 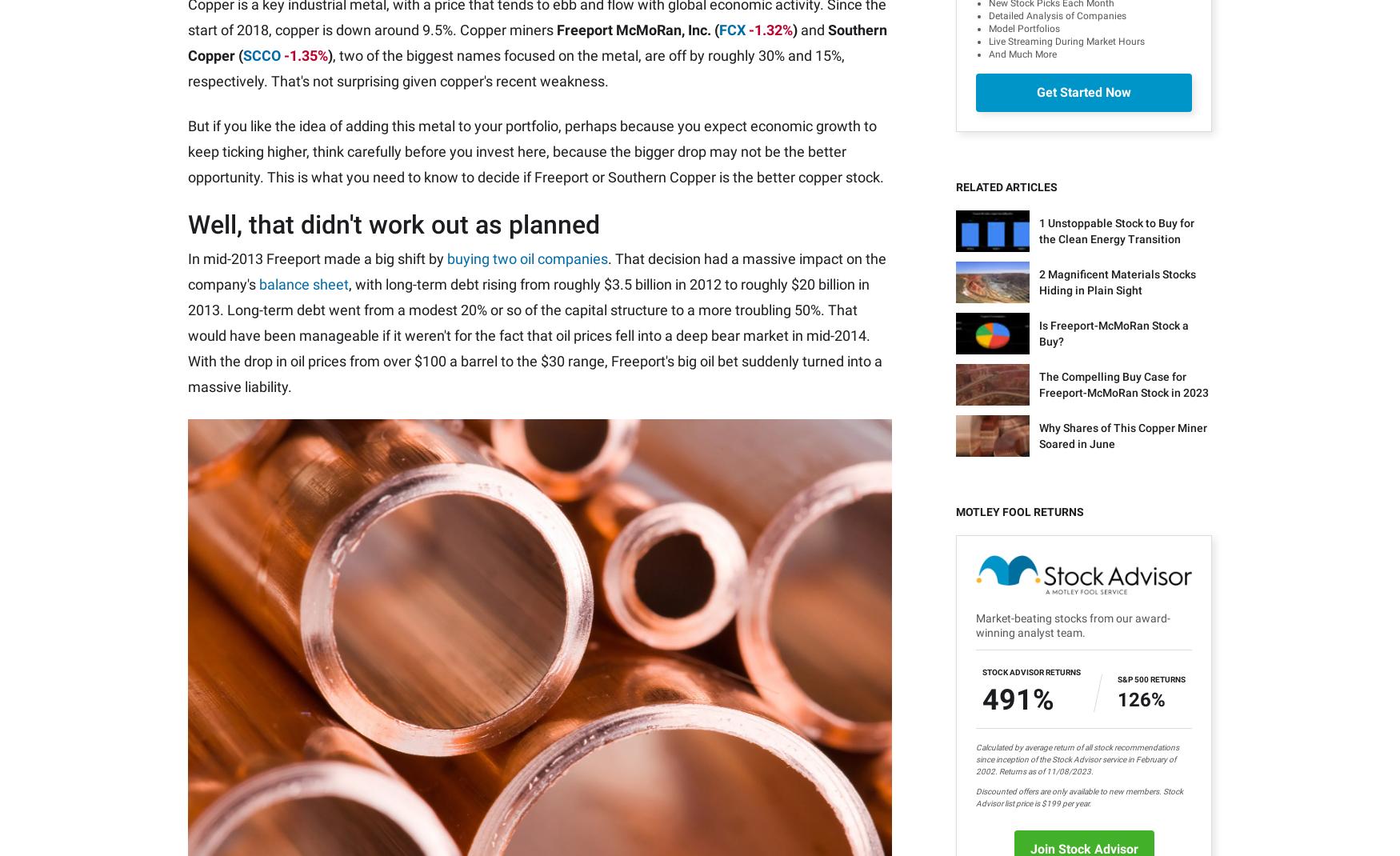 What do you see at coordinates (479, 662) in the screenshot?
I see `'Research'` at bounding box center [479, 662].